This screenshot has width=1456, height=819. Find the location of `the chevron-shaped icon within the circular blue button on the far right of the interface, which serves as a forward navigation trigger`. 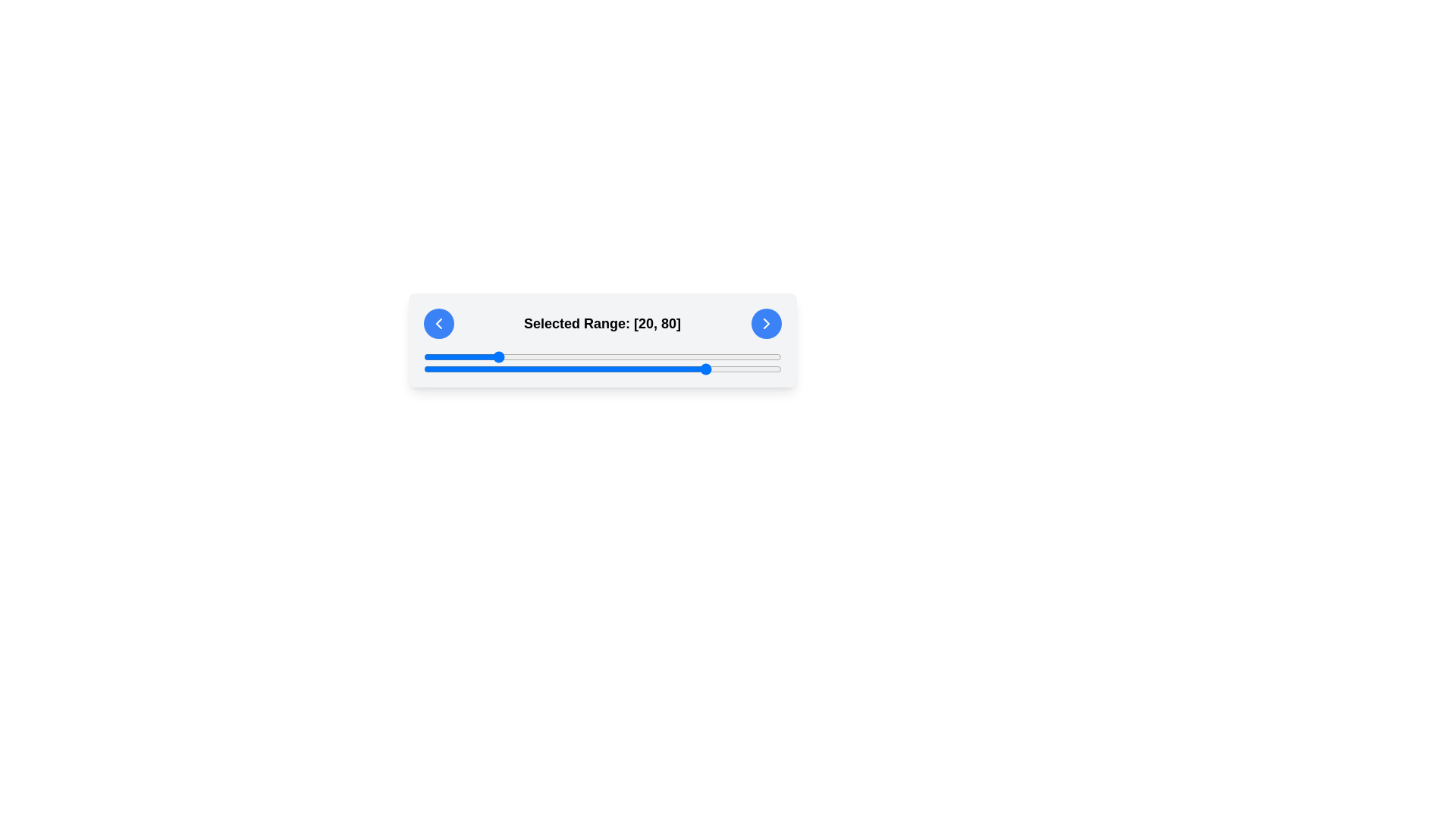

the chevron-shaped icon within the circular blue button on the far right of the interface, which serves as a forward navigation trigger is located at coordinates (766, 323).